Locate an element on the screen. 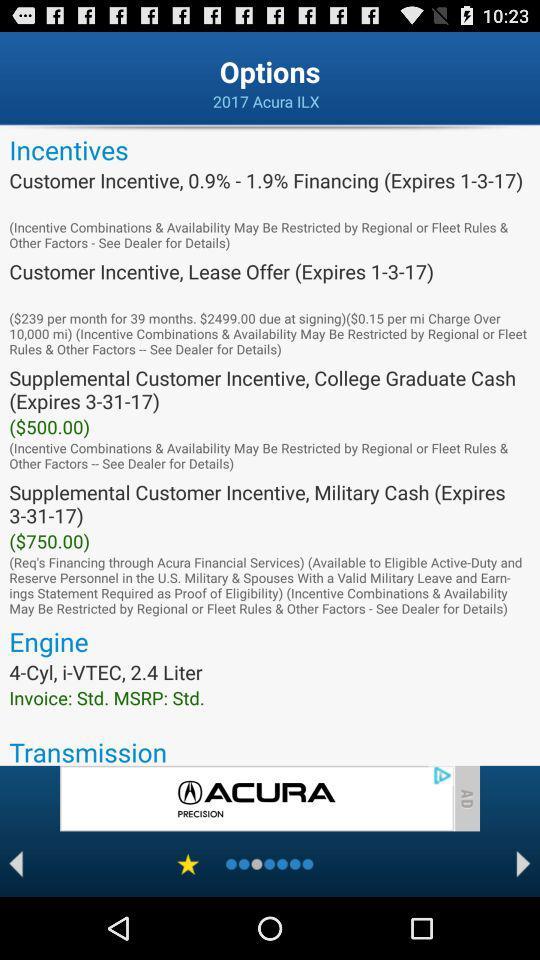 The width and height of the screenshot is (540, 960). the star icon is located at coordinates (188, 924).